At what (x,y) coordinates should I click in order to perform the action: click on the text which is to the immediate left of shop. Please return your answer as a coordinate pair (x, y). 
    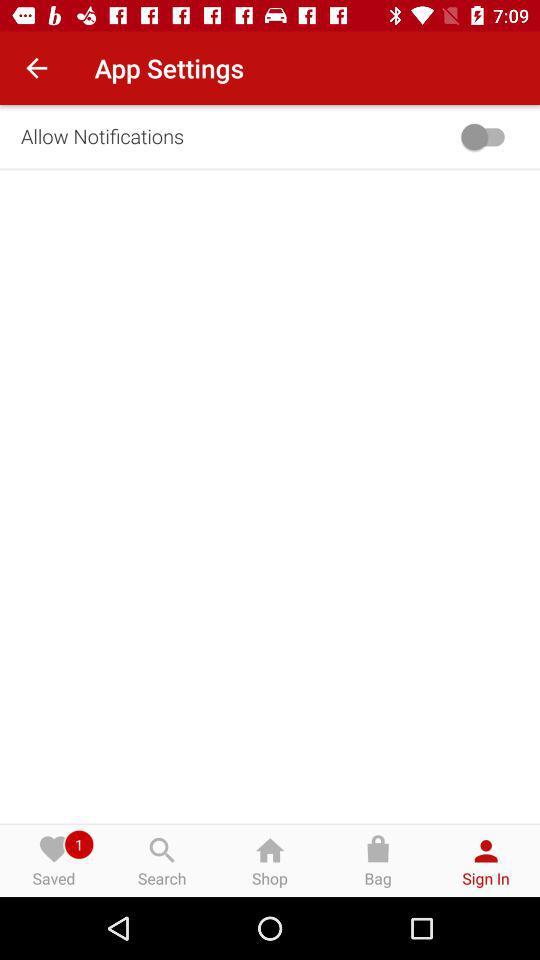
    Looking at the image, I should click on (161, 860).